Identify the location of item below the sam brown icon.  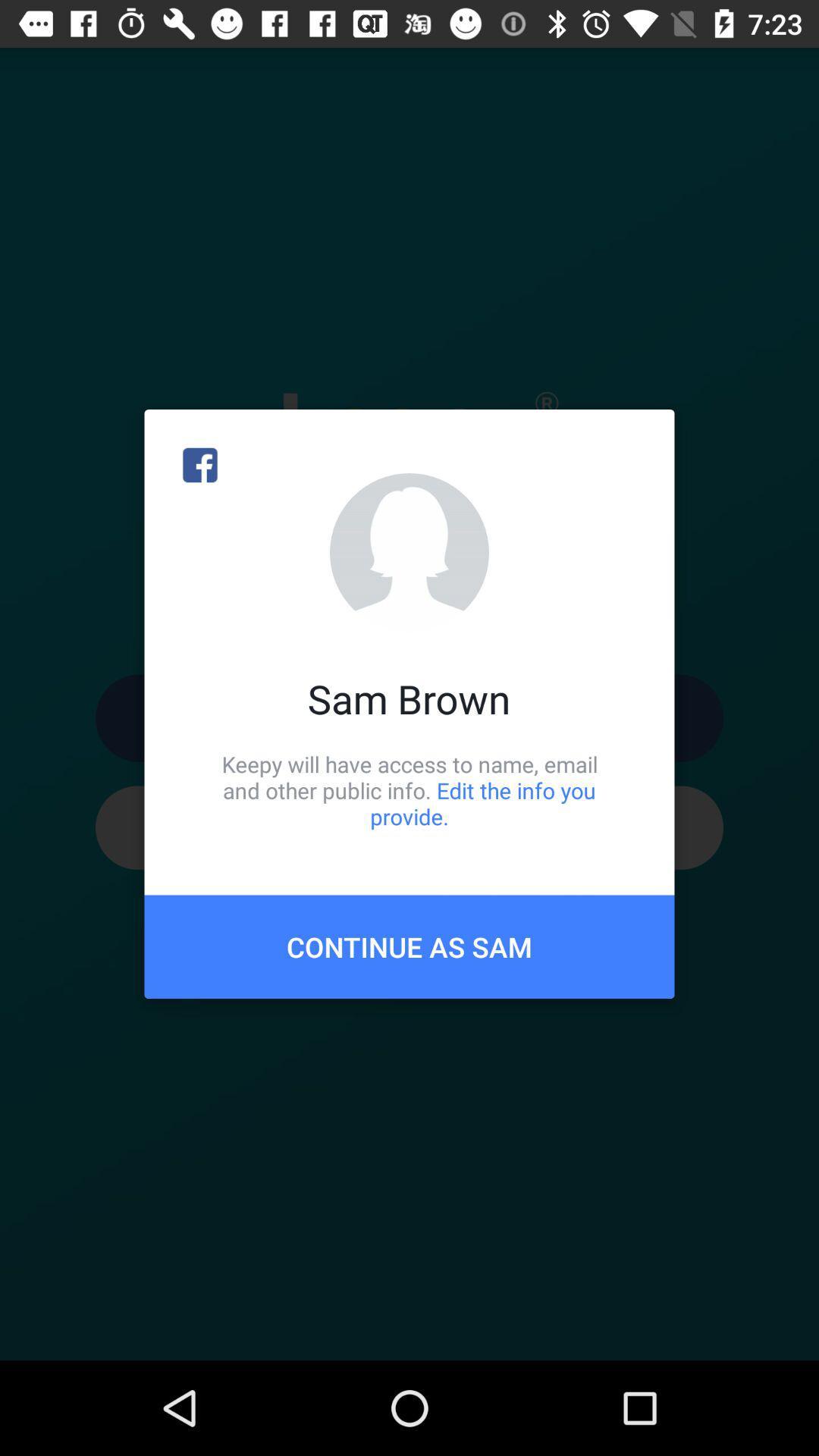
(409, 789).